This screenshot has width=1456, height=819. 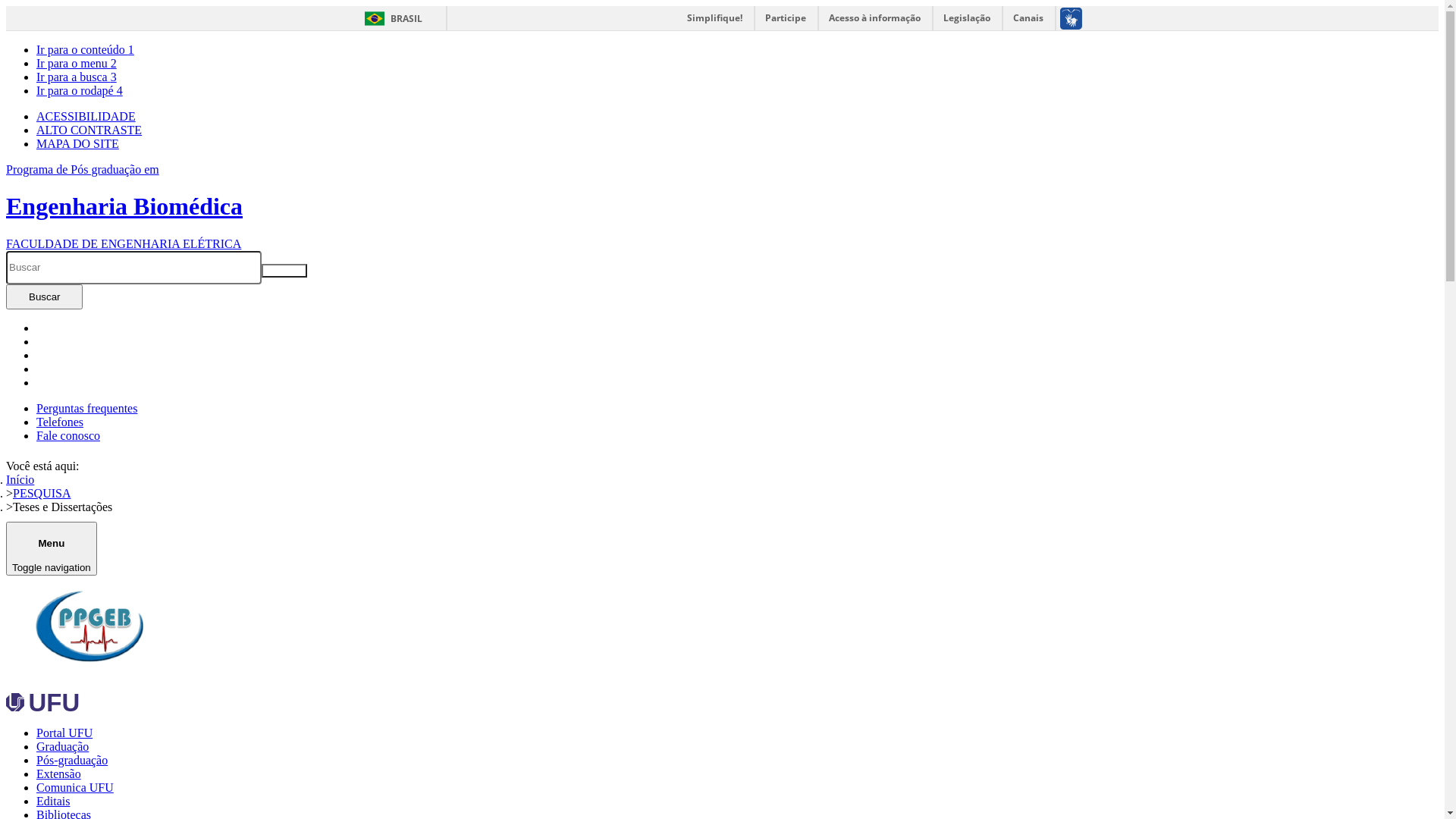 What do you see at coordinates (356, 18) in the screenshot?
I see `'BRASIL'` at bounding box center [356, 18].